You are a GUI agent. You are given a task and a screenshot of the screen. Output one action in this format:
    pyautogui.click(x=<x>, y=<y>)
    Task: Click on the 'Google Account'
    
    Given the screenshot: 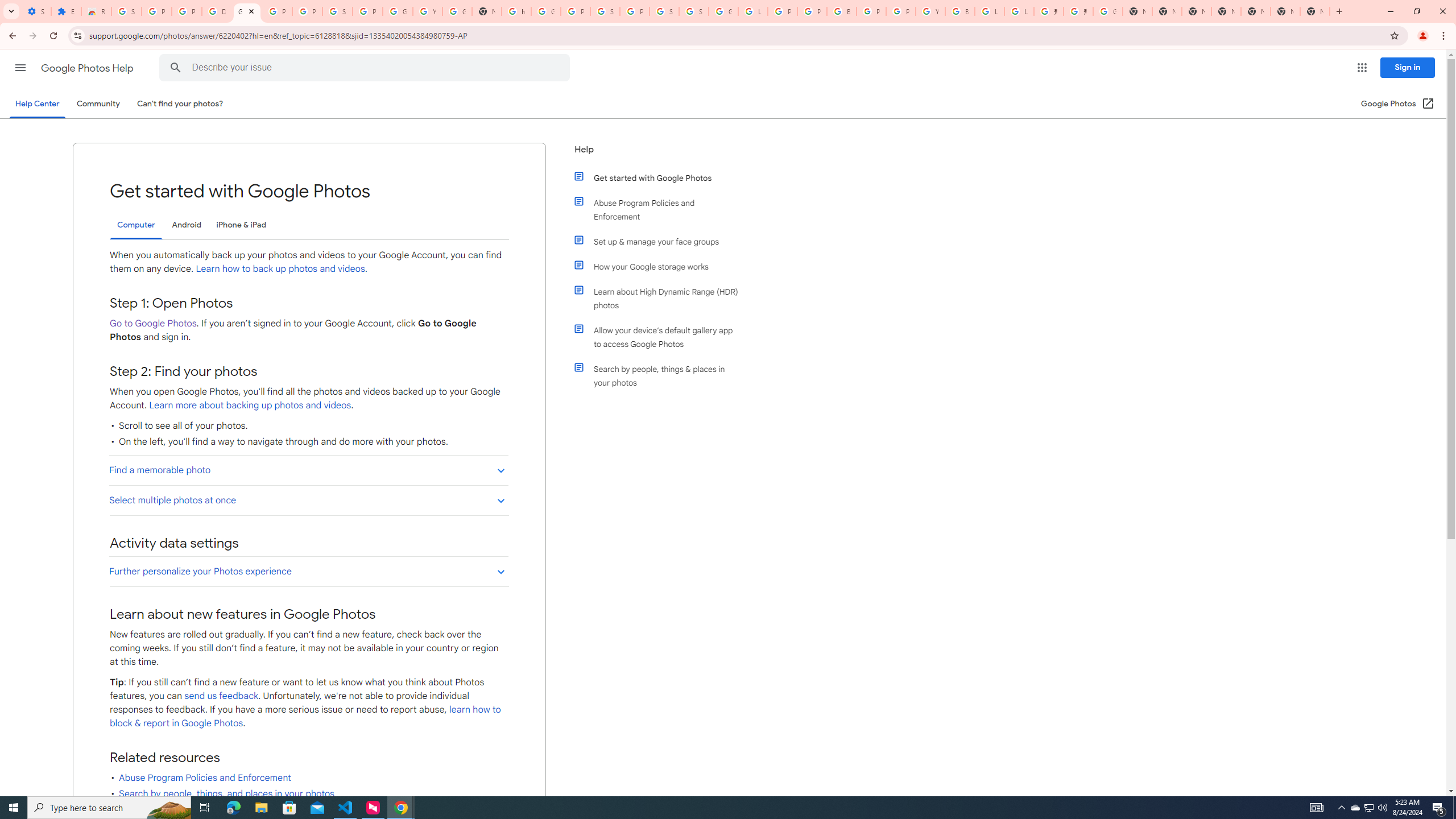 What is the action you would take?
    pyautogui.click(x=396, y=11)
    